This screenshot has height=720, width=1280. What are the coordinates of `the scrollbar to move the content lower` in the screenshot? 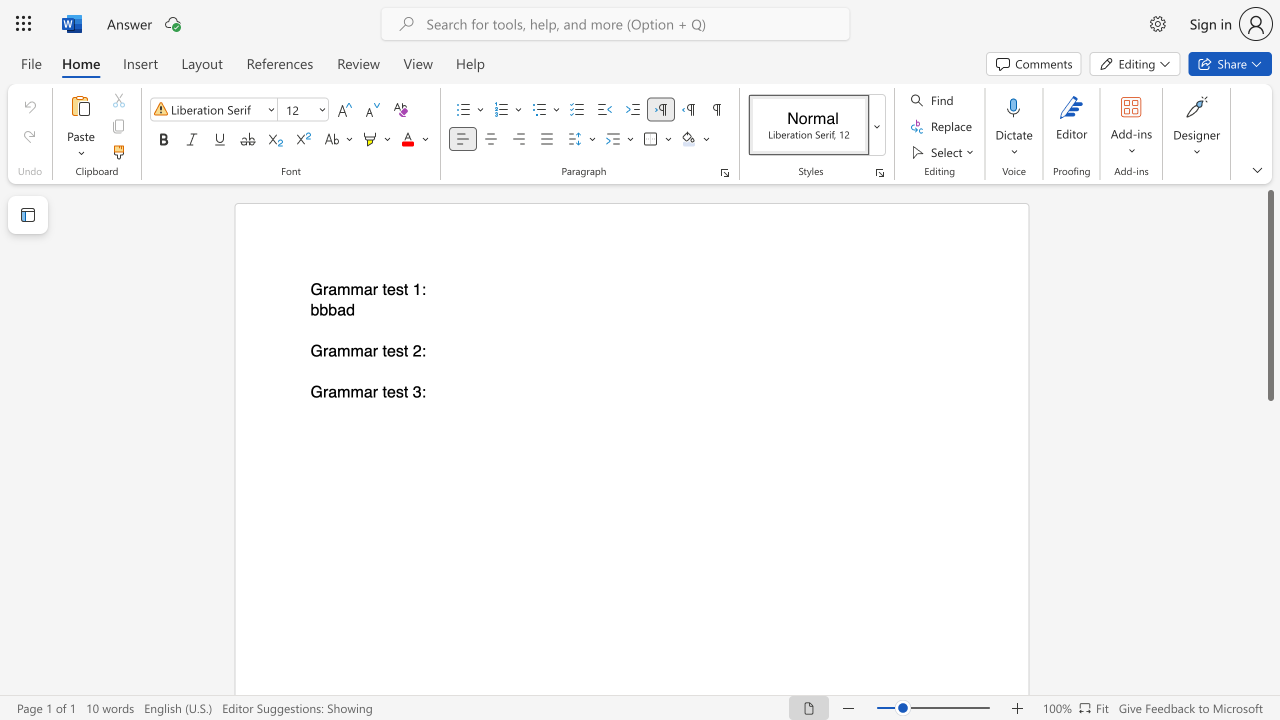 It's located at (1269, 608).